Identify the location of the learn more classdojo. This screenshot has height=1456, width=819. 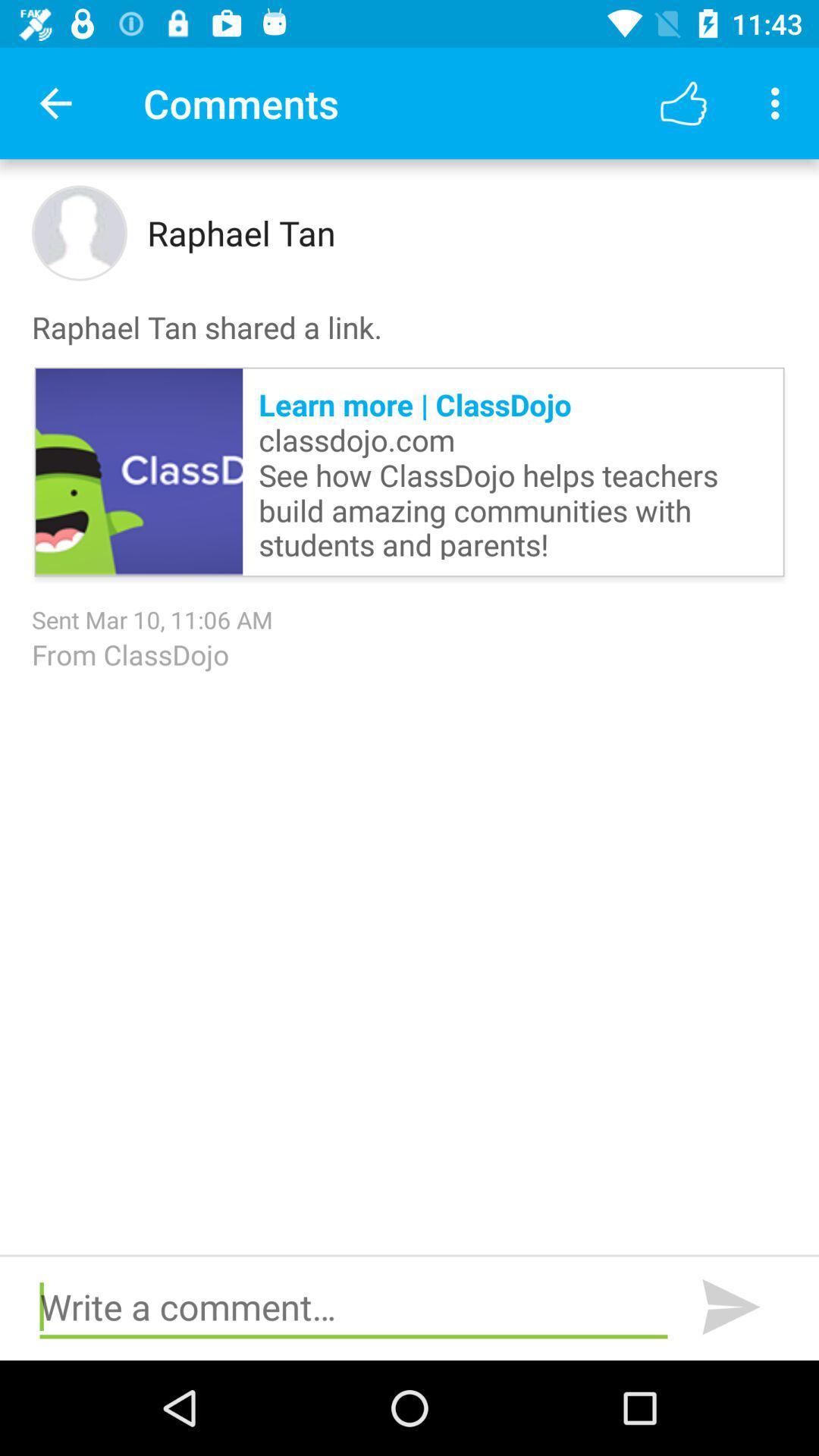
(512, 471).